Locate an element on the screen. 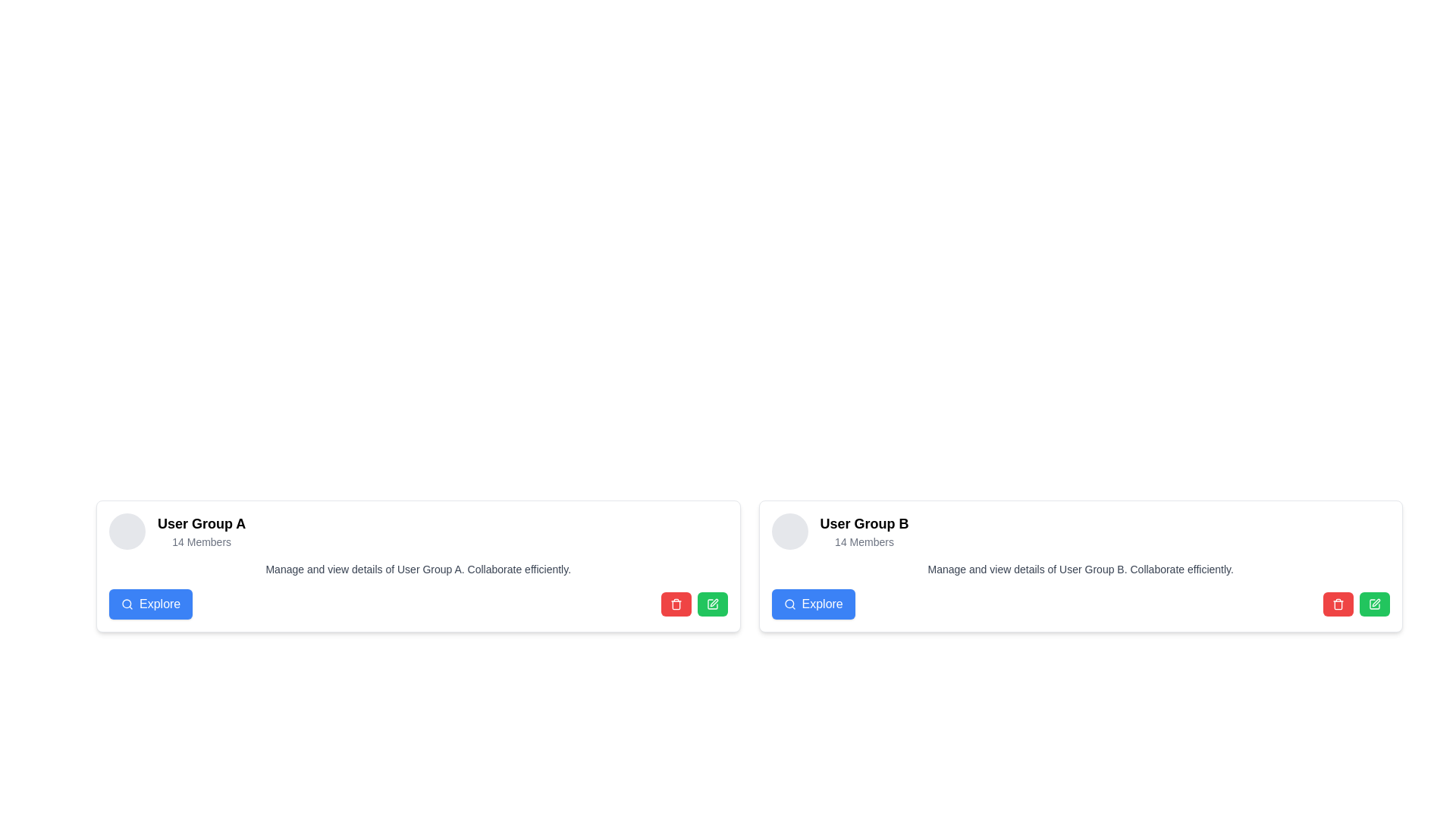 The width and height of the screenshot is (1456, 819). the text label that serves as the title or name of the user group, which is positioned at the top left corner of the card, aligned with the user group icon is located at coordinates (201, 522).